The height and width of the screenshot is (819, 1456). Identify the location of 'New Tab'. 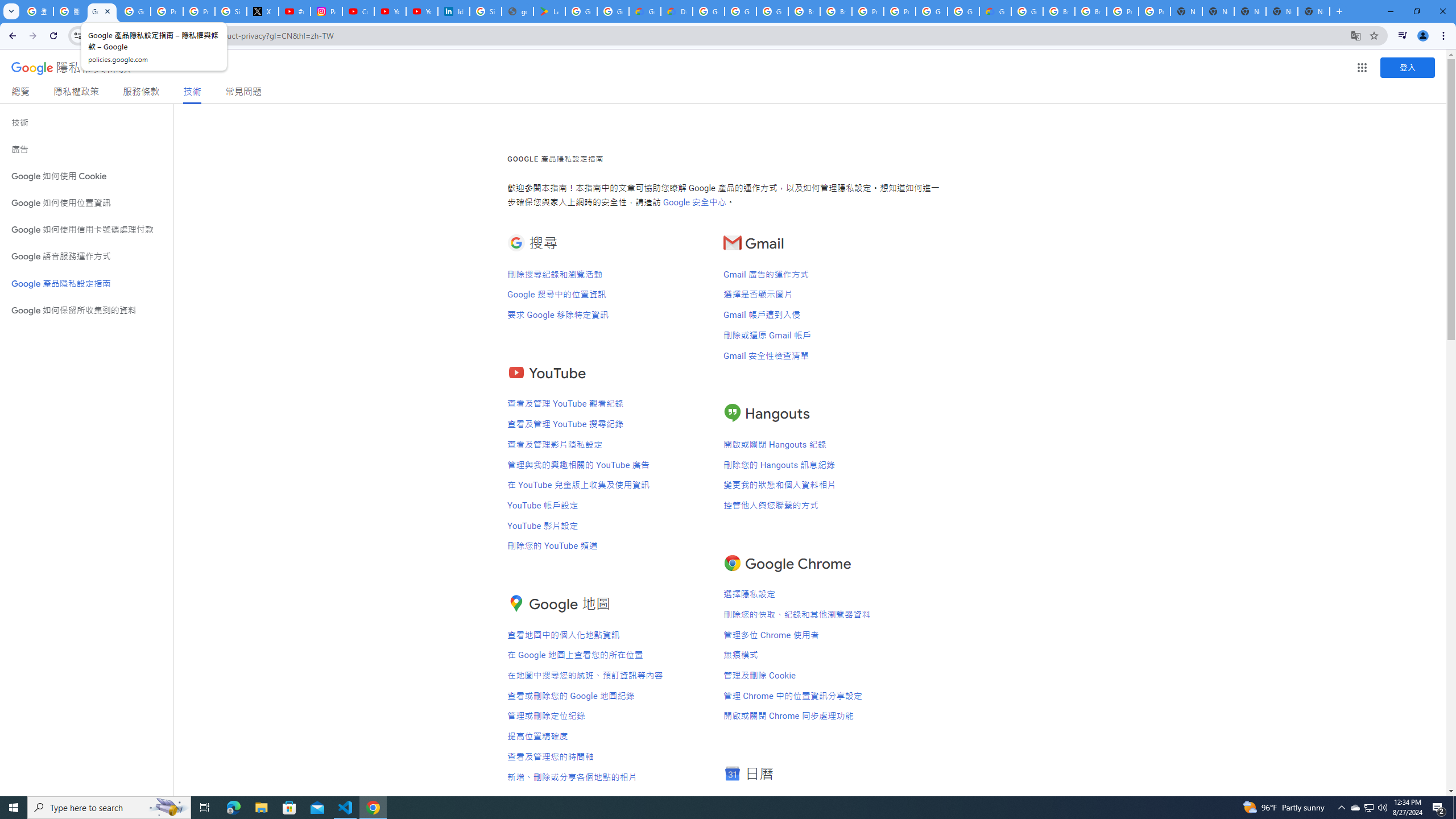
(1314, 11).